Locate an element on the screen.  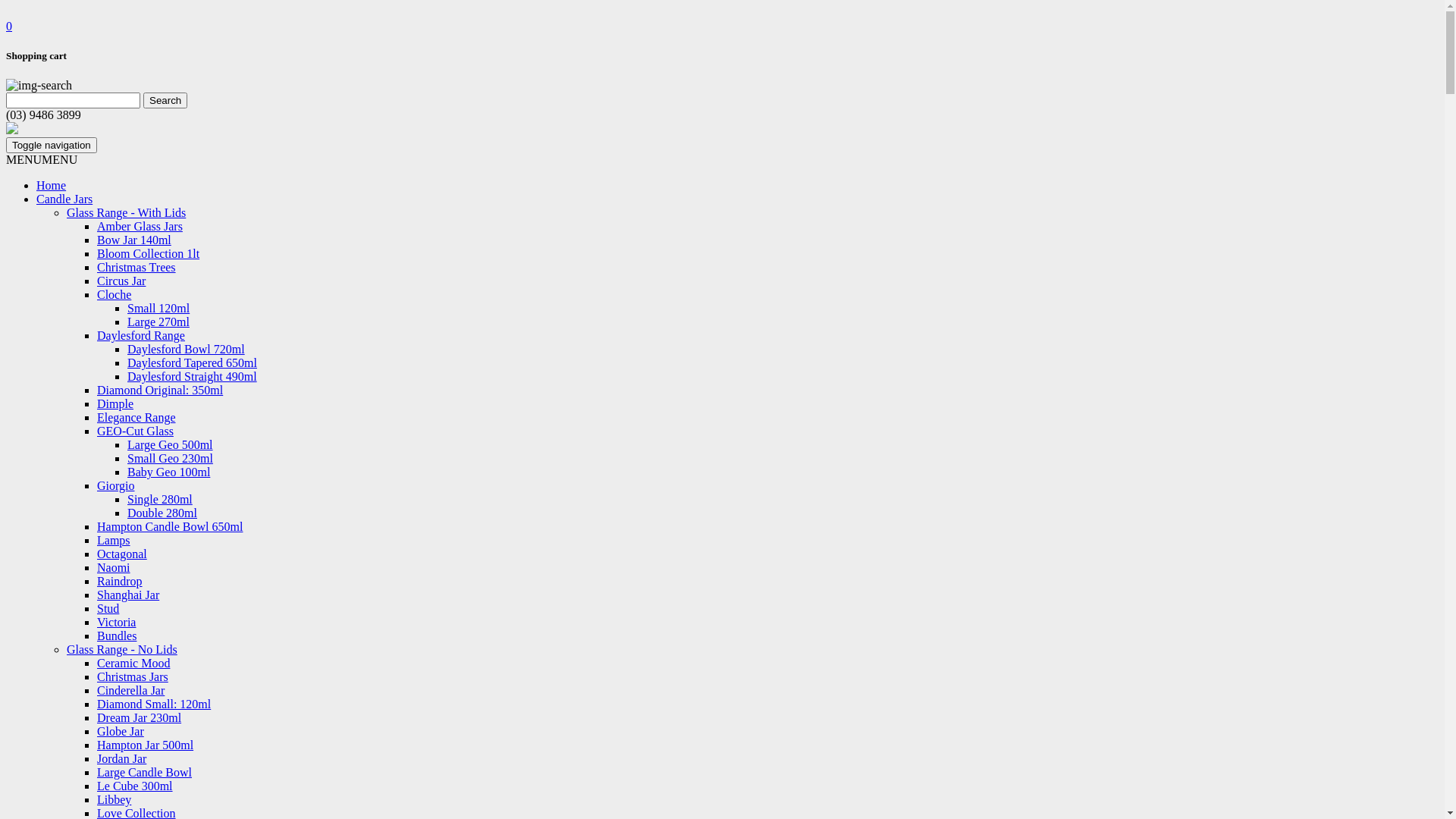
'Jordan Jar' is located at coordinates (121, 758).